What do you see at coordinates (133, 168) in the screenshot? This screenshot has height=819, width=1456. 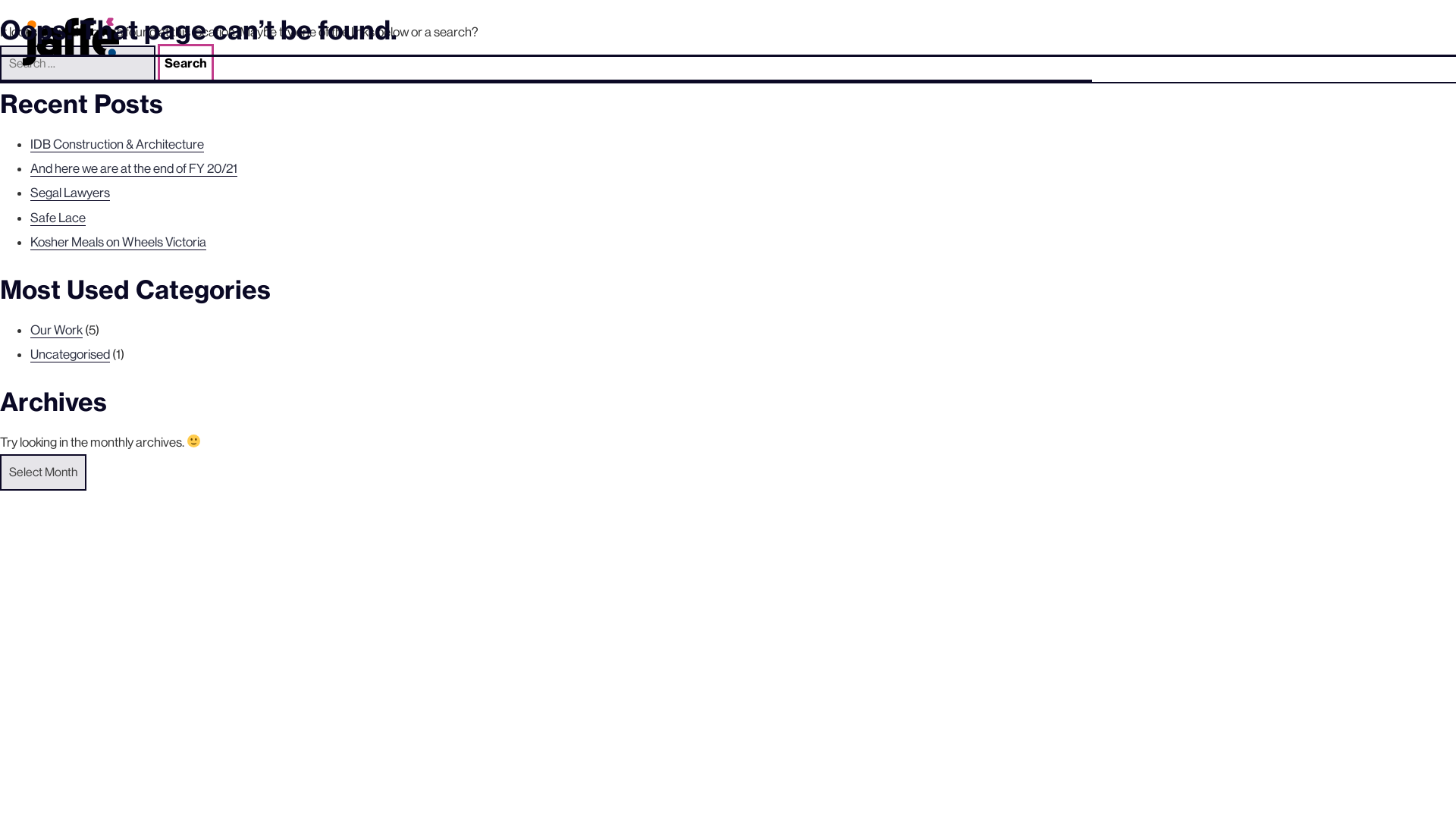 I see `'And here we are at the end of FY 20/21'` at bounding box center [133, 168].